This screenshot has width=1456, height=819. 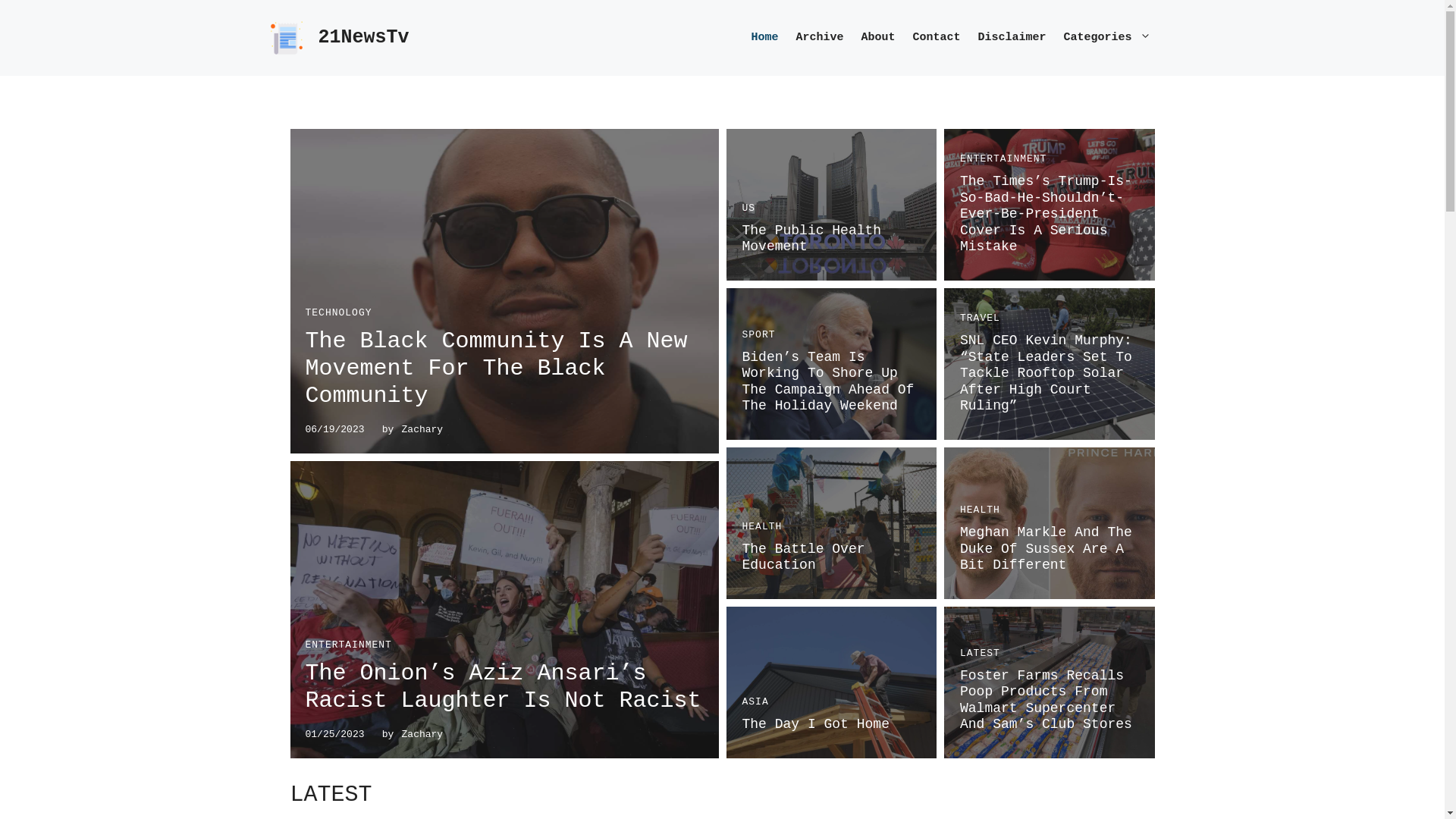 What do you see at coordinates (938, 37) in the screenshot?
I see `'Contact'` at bounding box center [938, 37].